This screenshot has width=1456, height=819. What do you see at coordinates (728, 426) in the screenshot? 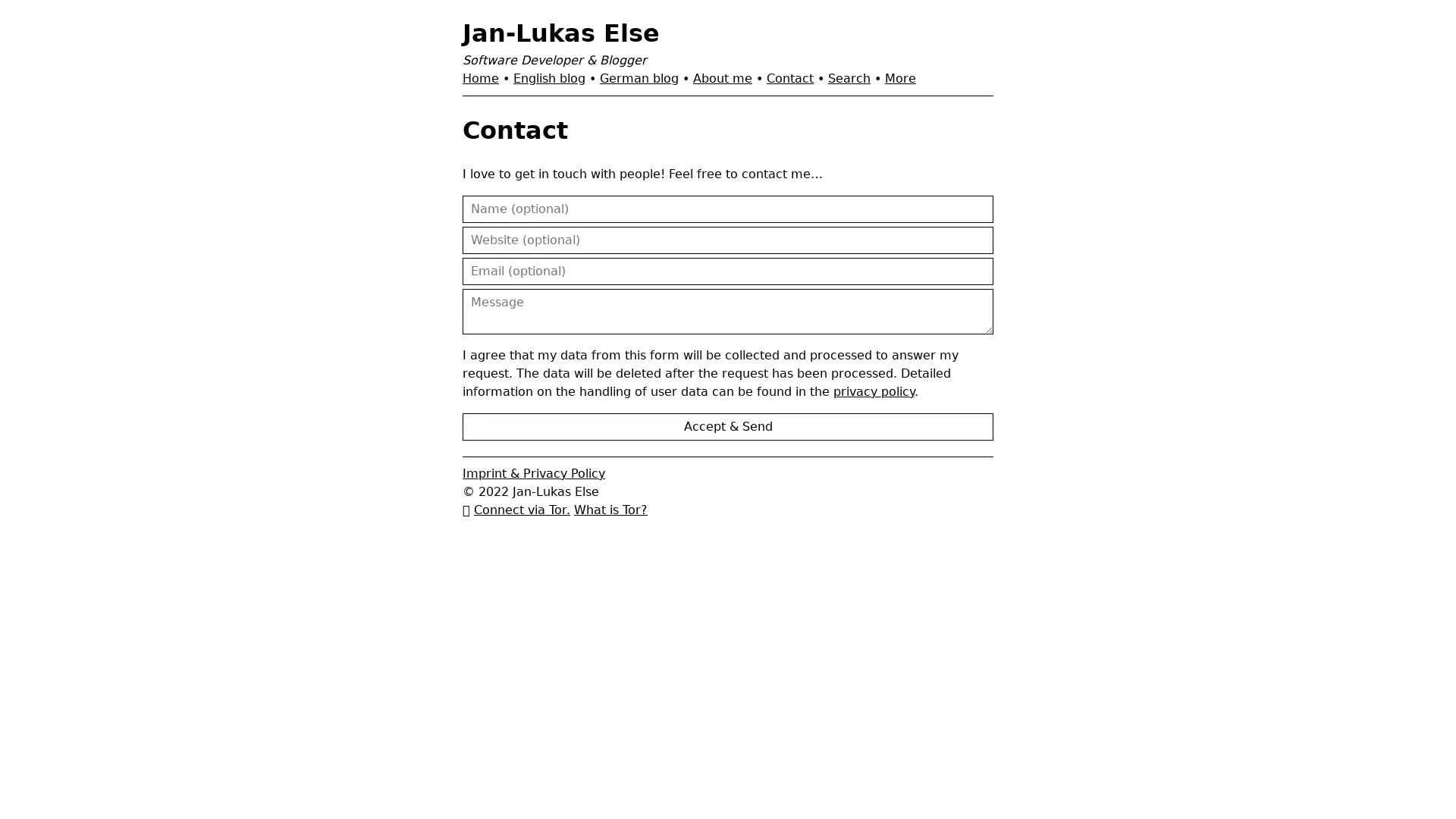
I see `Accept & Send` at bounding box center [728, 426].